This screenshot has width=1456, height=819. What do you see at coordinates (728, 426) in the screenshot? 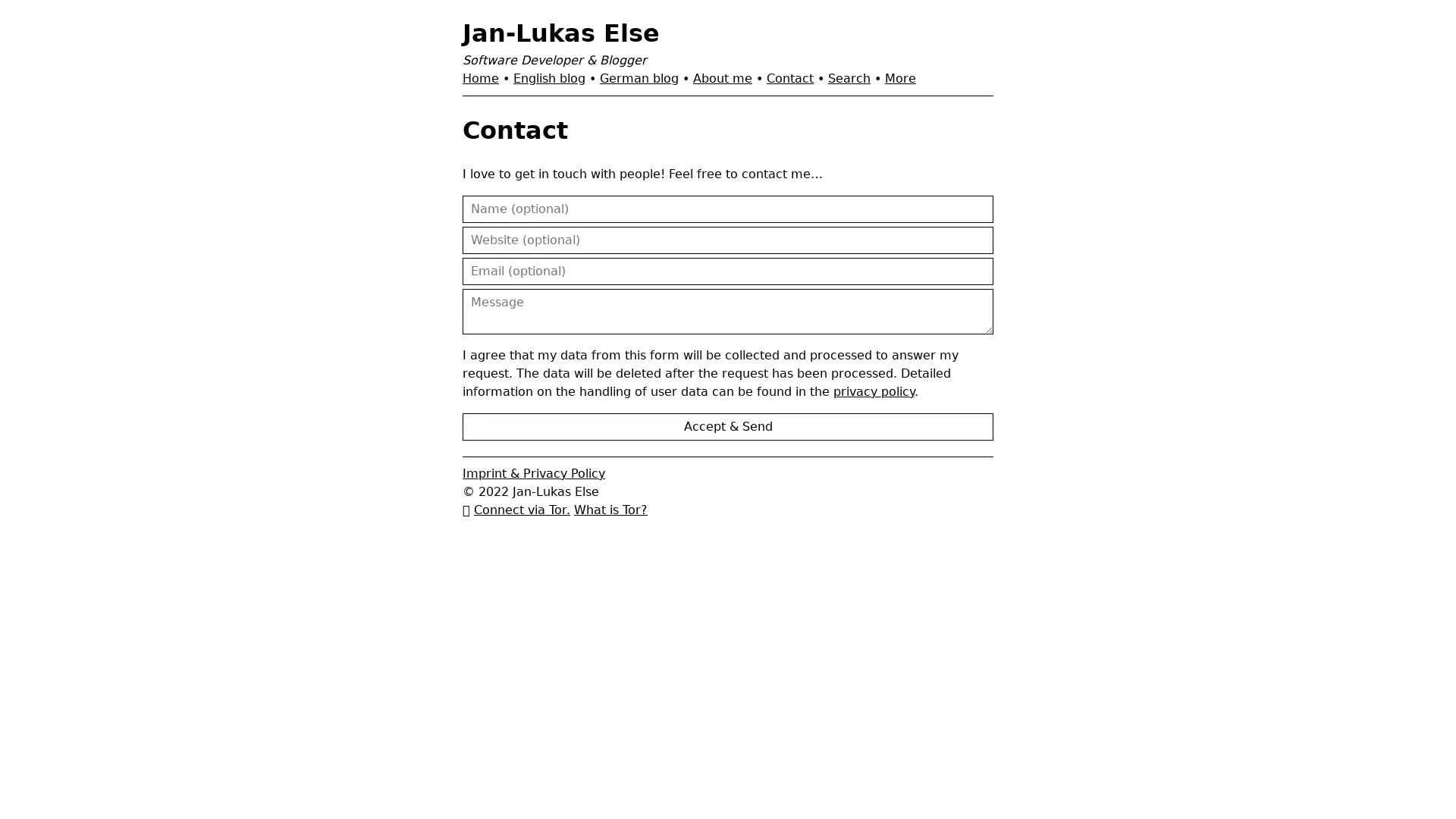
I see `Accept & Send` at bounding box center [728, 426].